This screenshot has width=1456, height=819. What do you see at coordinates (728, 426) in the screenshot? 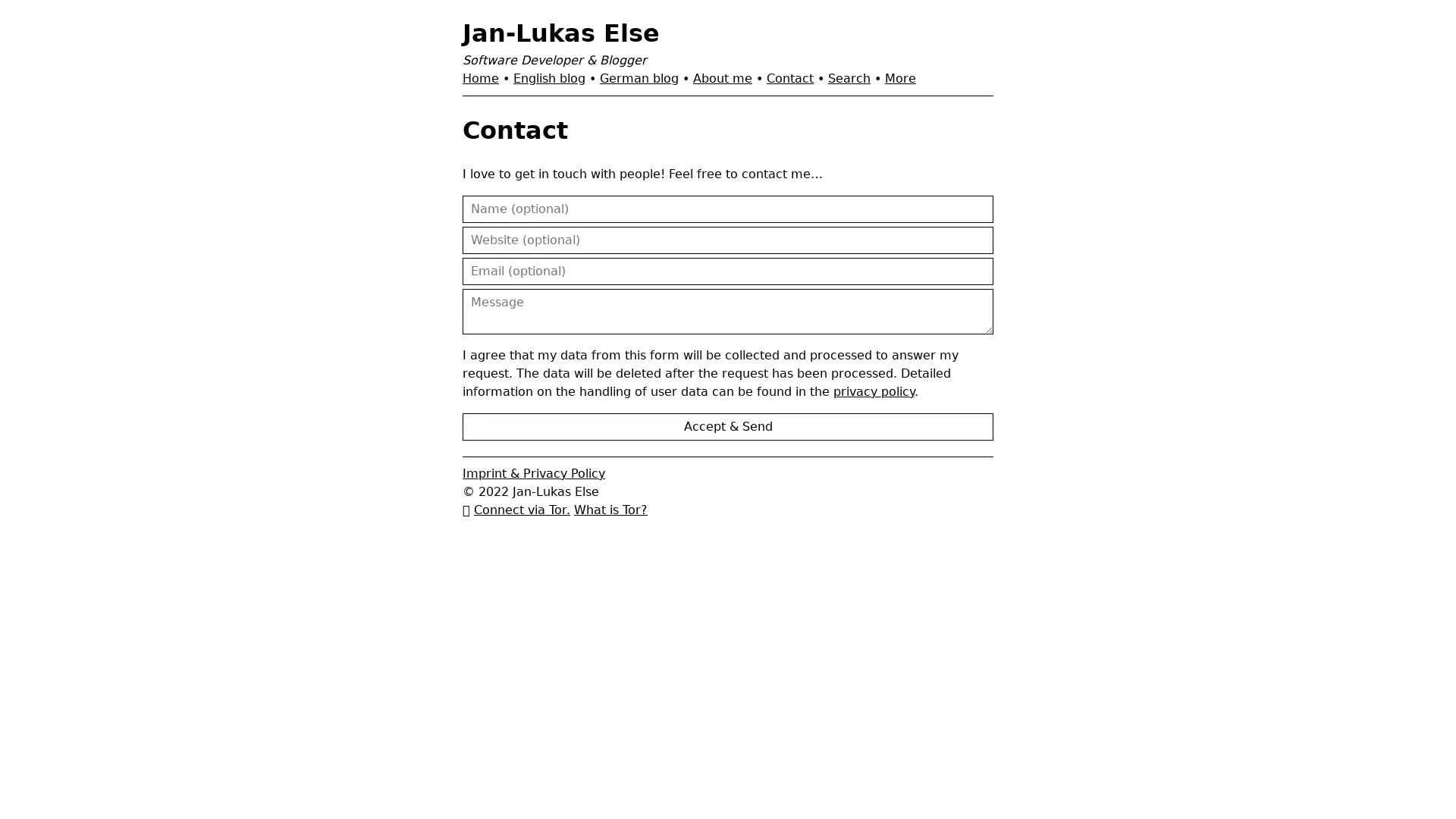
I see `Accept & Send` at bounding box center [728, 426].